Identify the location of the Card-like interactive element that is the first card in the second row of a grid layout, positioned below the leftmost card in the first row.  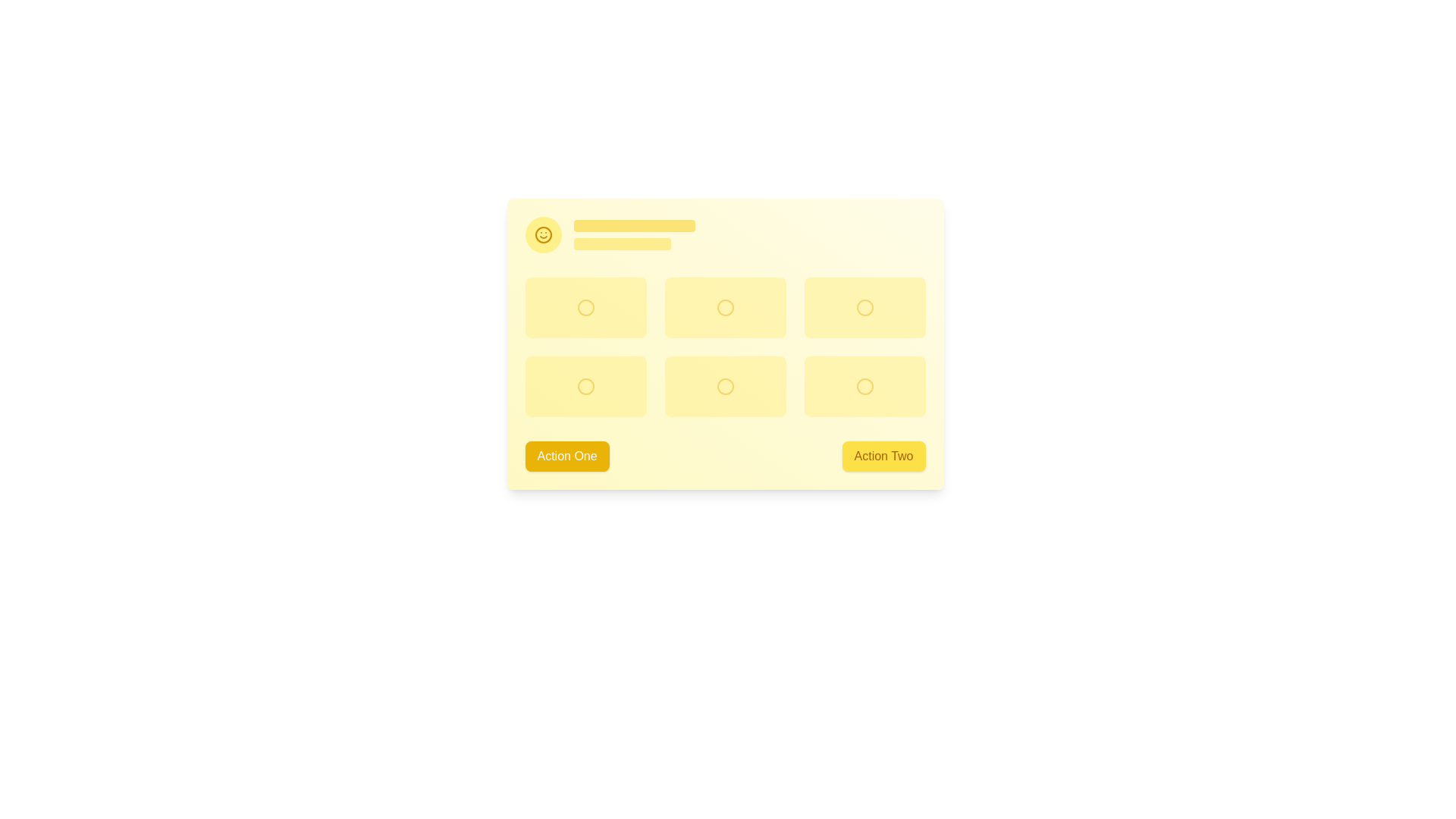
(585, 385).